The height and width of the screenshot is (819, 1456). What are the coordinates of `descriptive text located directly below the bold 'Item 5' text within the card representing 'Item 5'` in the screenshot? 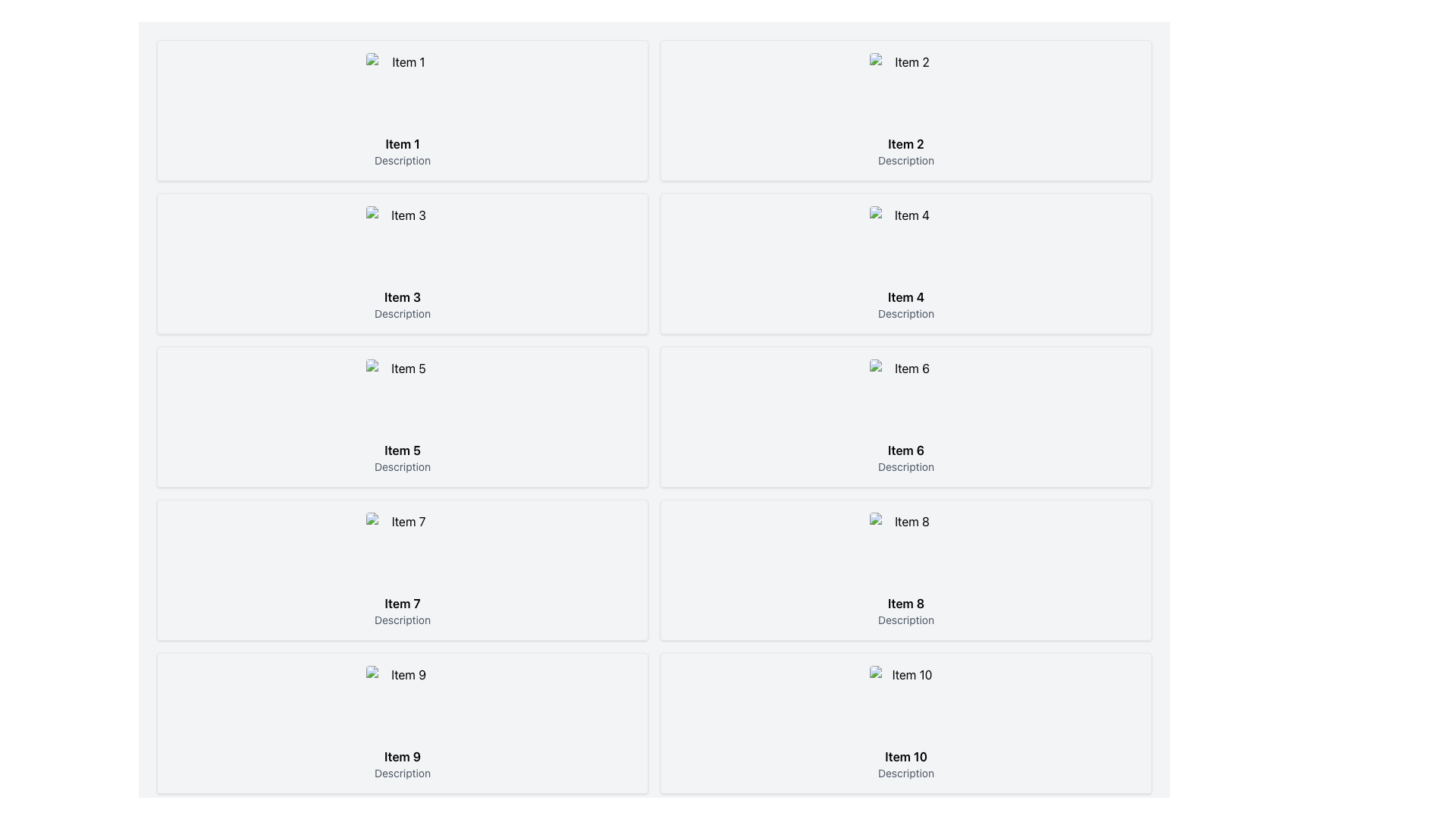 It's located at (403, 466).